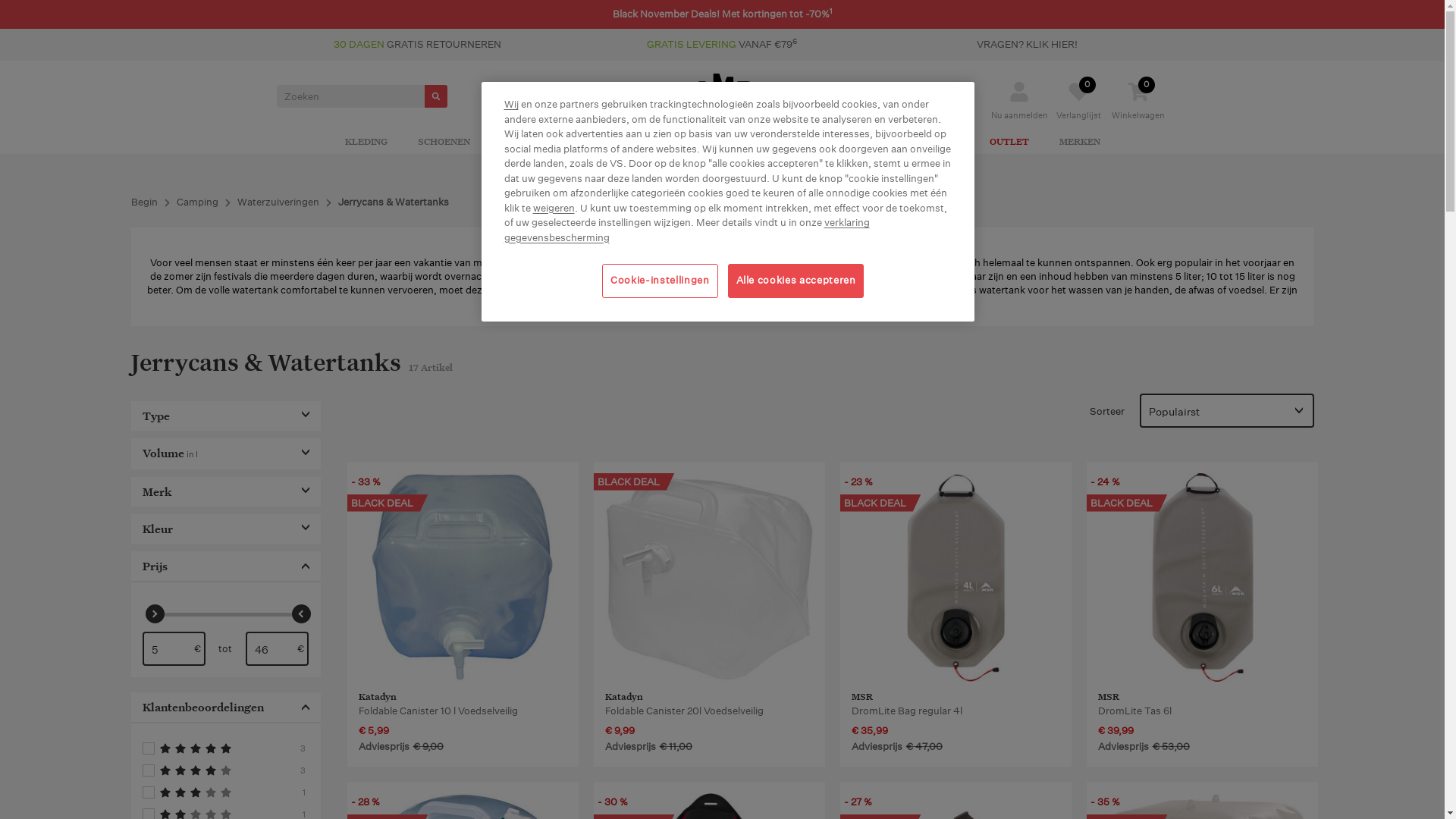  What do you see at coordinates (532, 208) in the screenshot?
I see `'weigeren'` at bounding box center [532, 208].